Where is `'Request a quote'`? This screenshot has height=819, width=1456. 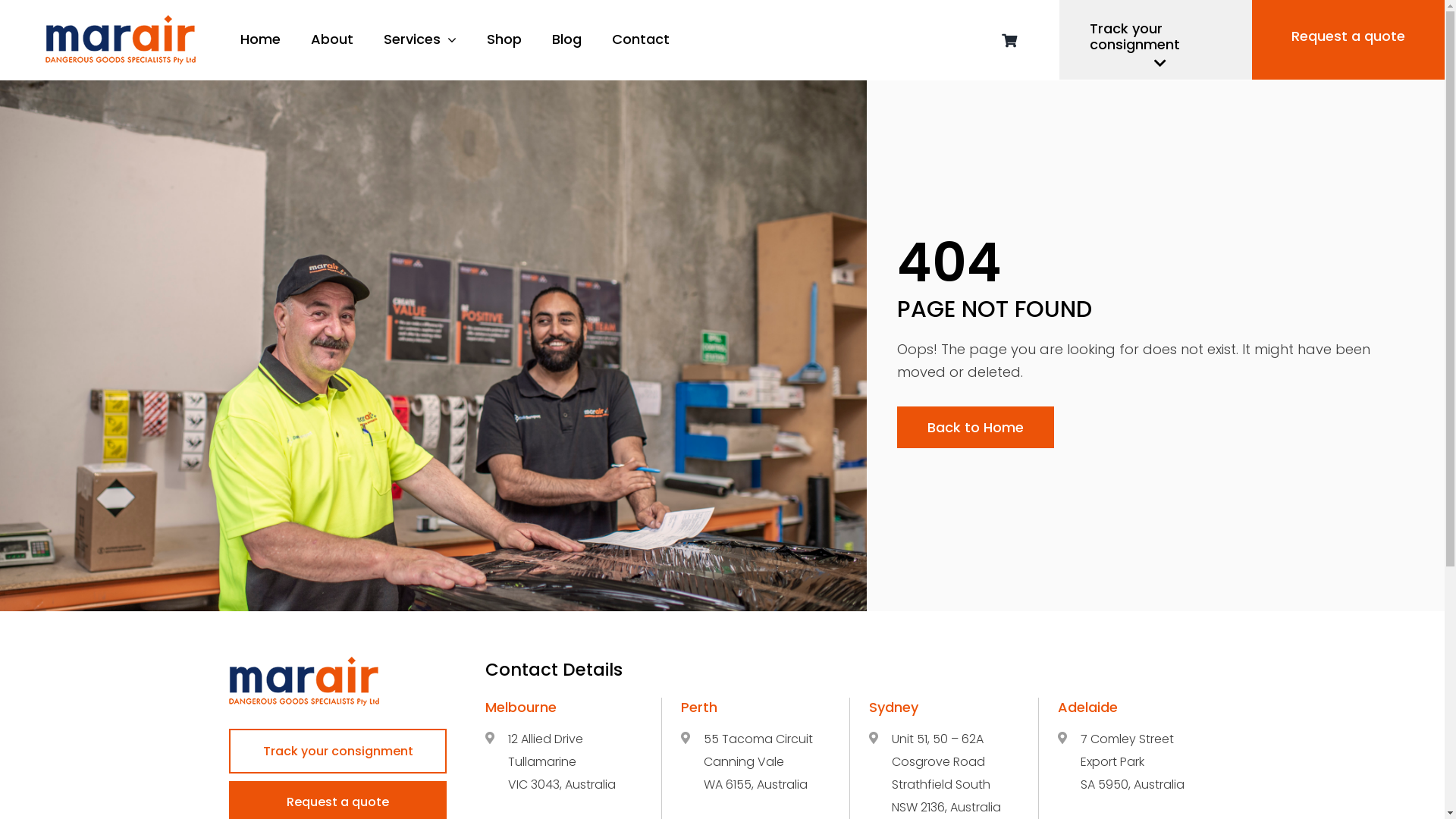 'Request a quote' is located at coordinates (1348, 39).